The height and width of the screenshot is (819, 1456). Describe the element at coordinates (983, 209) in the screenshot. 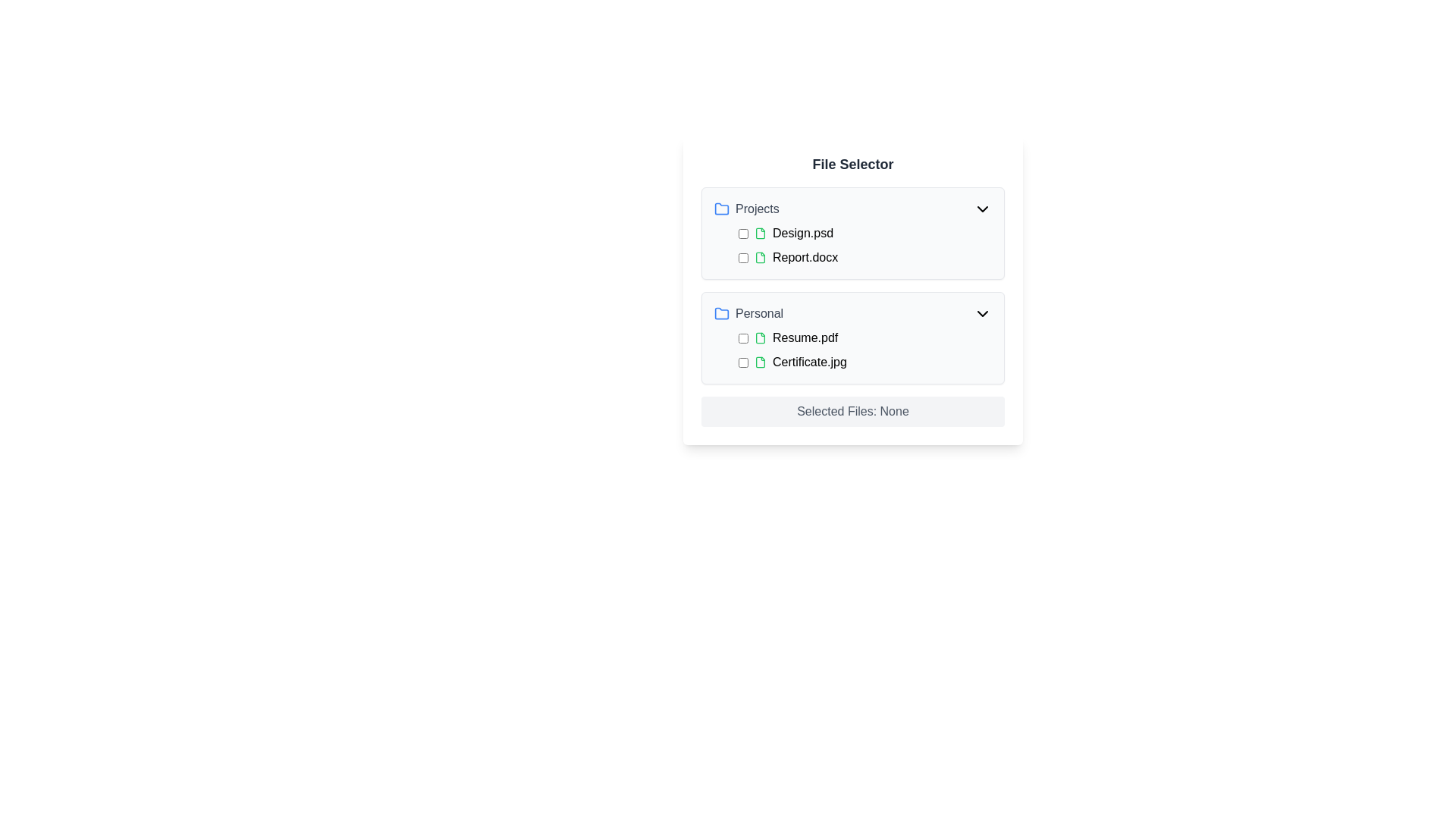

I see `the chevron icon in the top-right corner of the 'Projects' section` at that location.